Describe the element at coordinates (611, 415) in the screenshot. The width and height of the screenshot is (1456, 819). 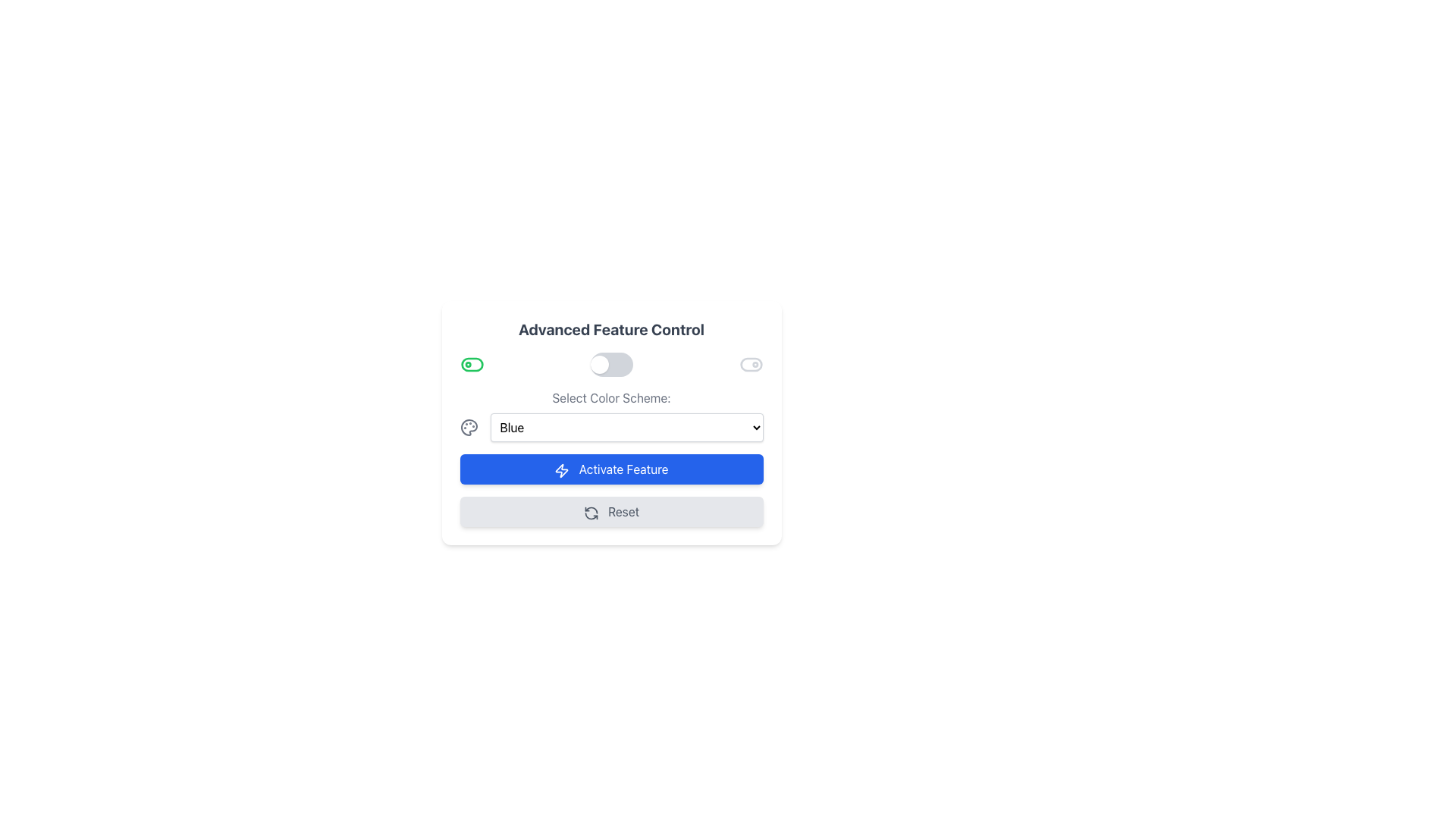
I see `the dropdown menu within the 'Advanced Feature Control' section` at that location.